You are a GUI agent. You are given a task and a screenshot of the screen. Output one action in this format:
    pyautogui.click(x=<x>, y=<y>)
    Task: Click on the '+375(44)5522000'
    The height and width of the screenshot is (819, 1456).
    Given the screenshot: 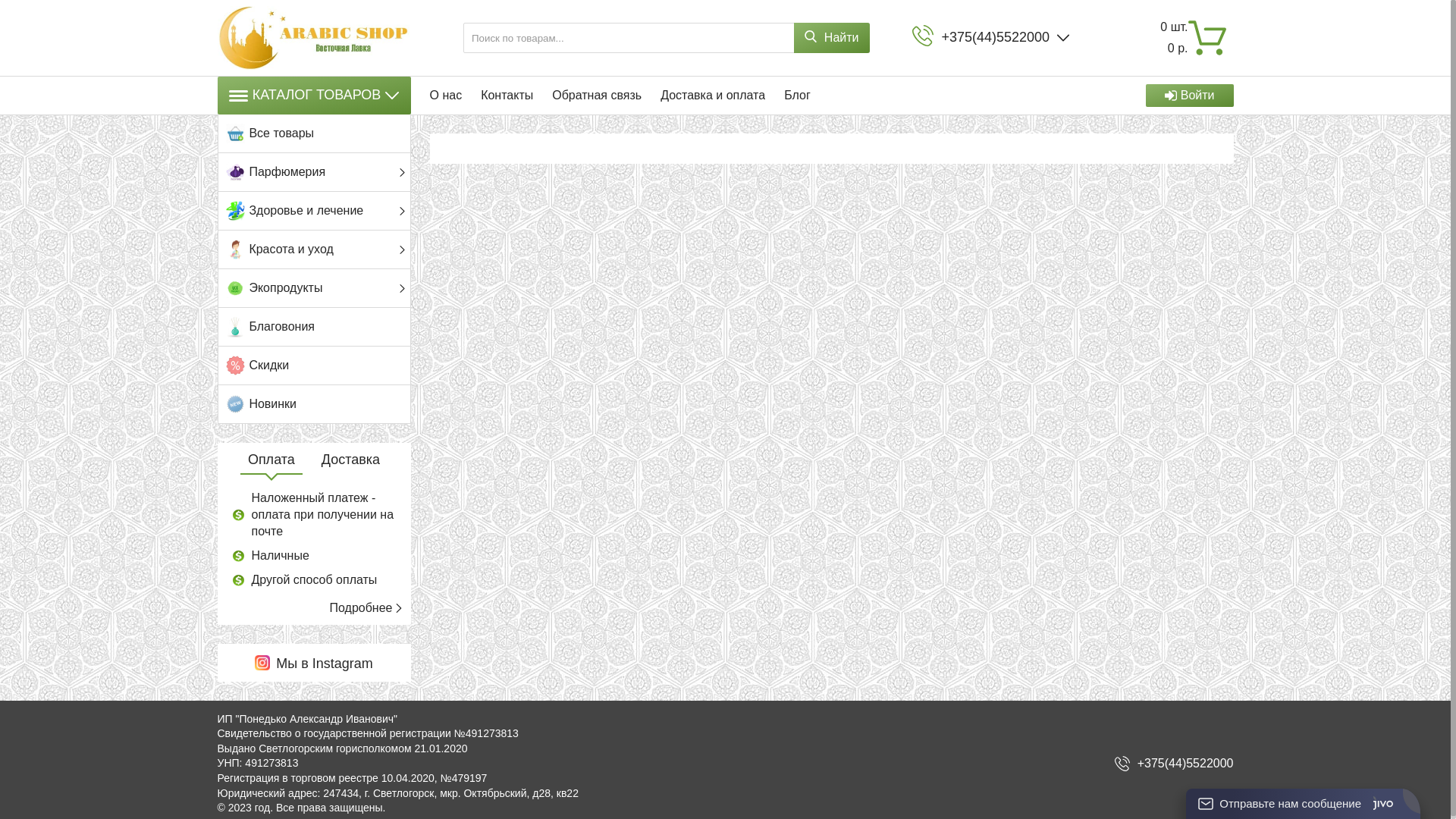 What is the action you would take?
    pyautogui.click(x=995, y=36)
    